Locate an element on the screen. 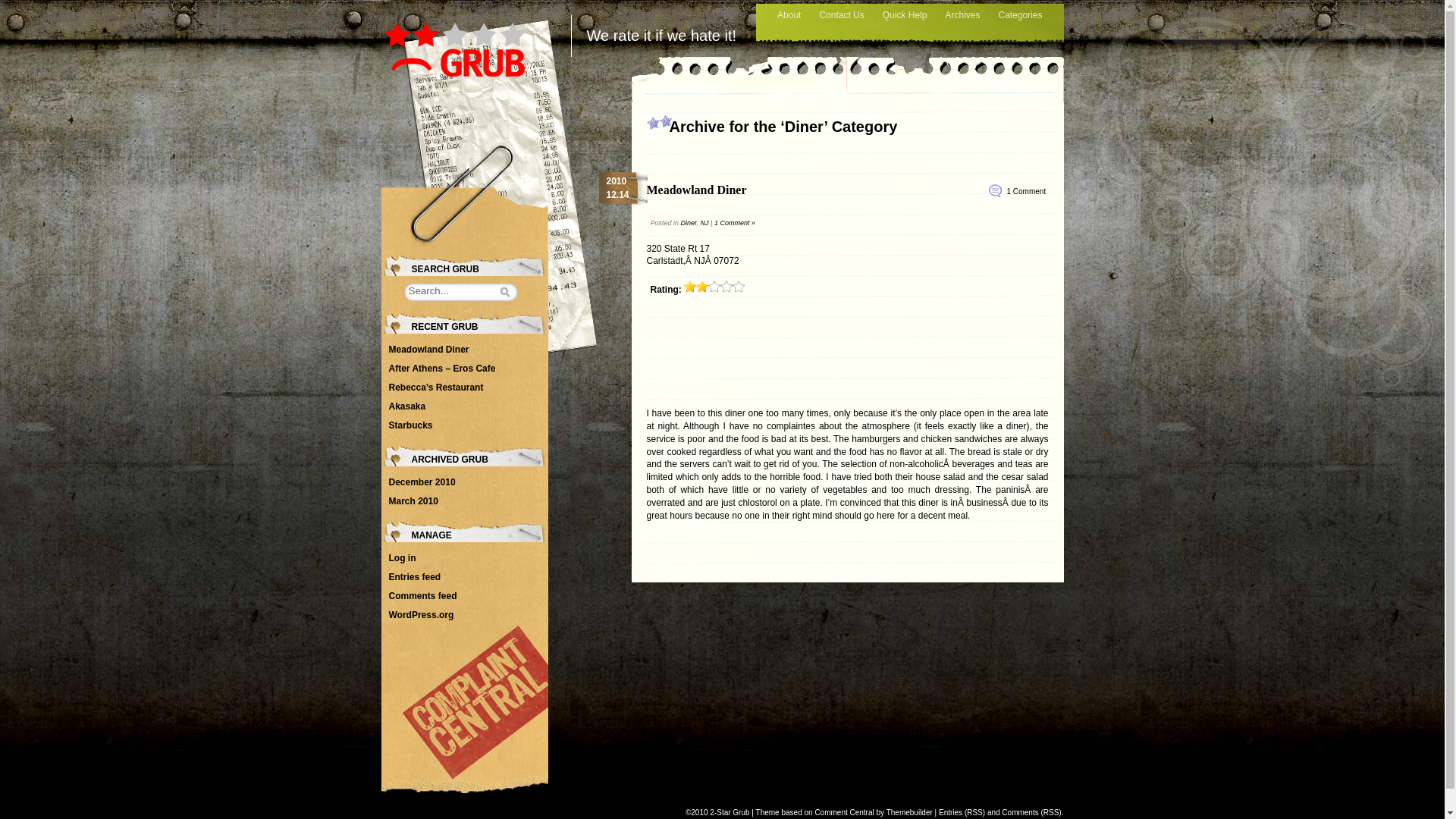 The height and width of the screenshot is (819, 1456). '1 Comment' is located at coordinates (1026, 190).